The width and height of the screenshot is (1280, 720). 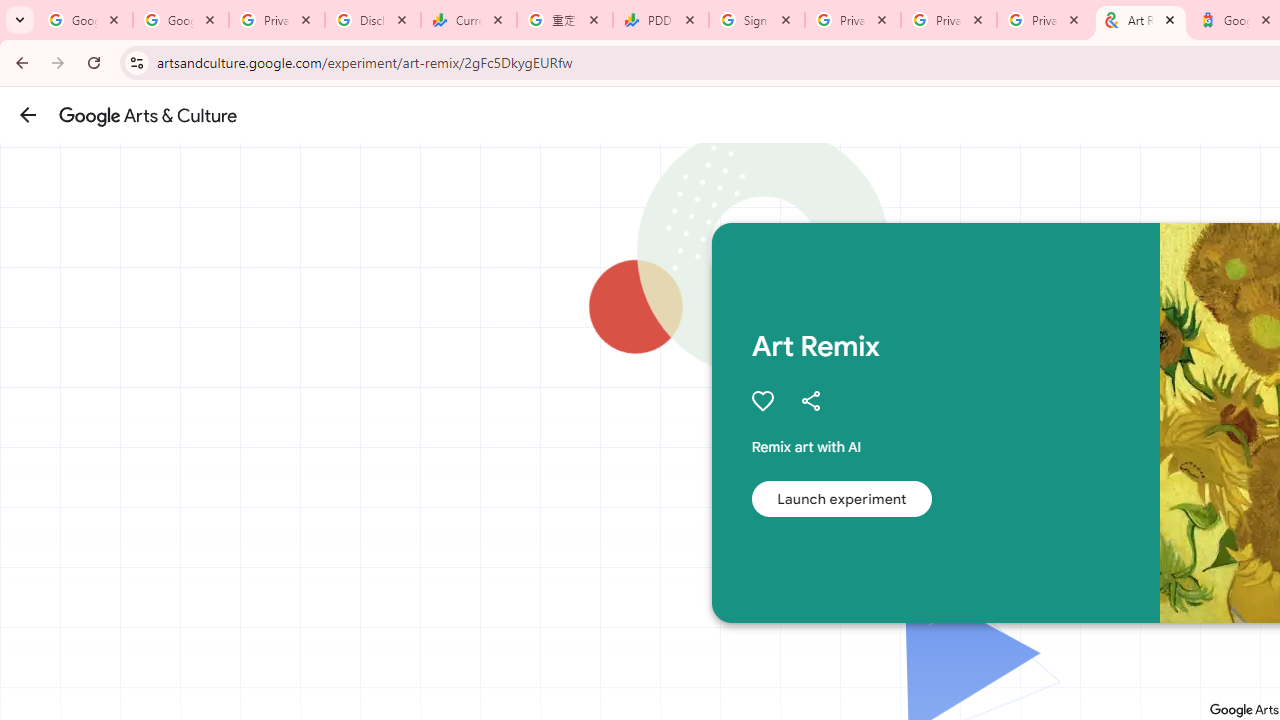 I want to click on 'Authenticate to favorite this asset.', so click(x=761, y=401).